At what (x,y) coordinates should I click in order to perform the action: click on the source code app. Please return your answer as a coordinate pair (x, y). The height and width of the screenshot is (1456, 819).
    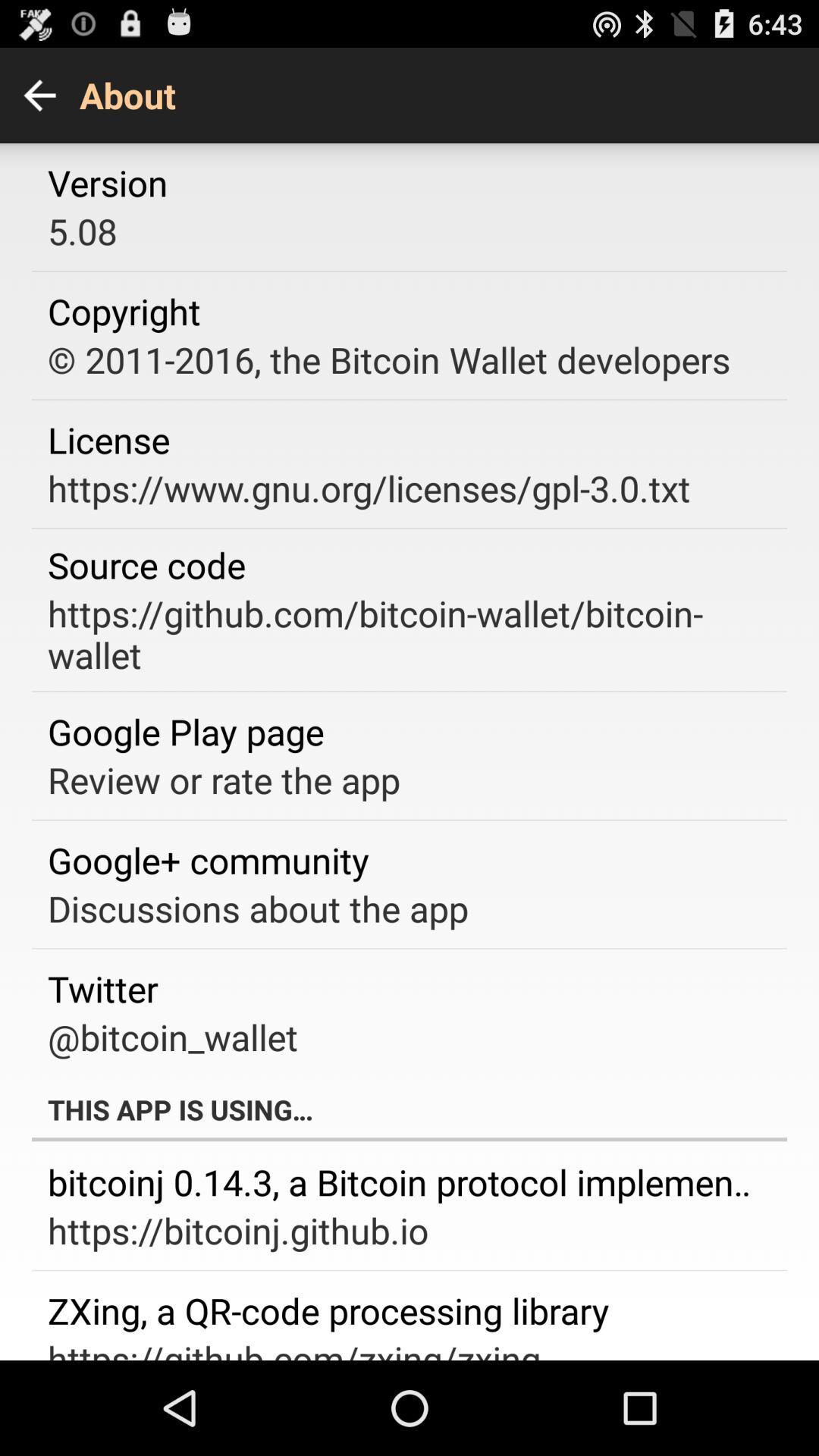
    Looking at the image, I should click on (146, 564).